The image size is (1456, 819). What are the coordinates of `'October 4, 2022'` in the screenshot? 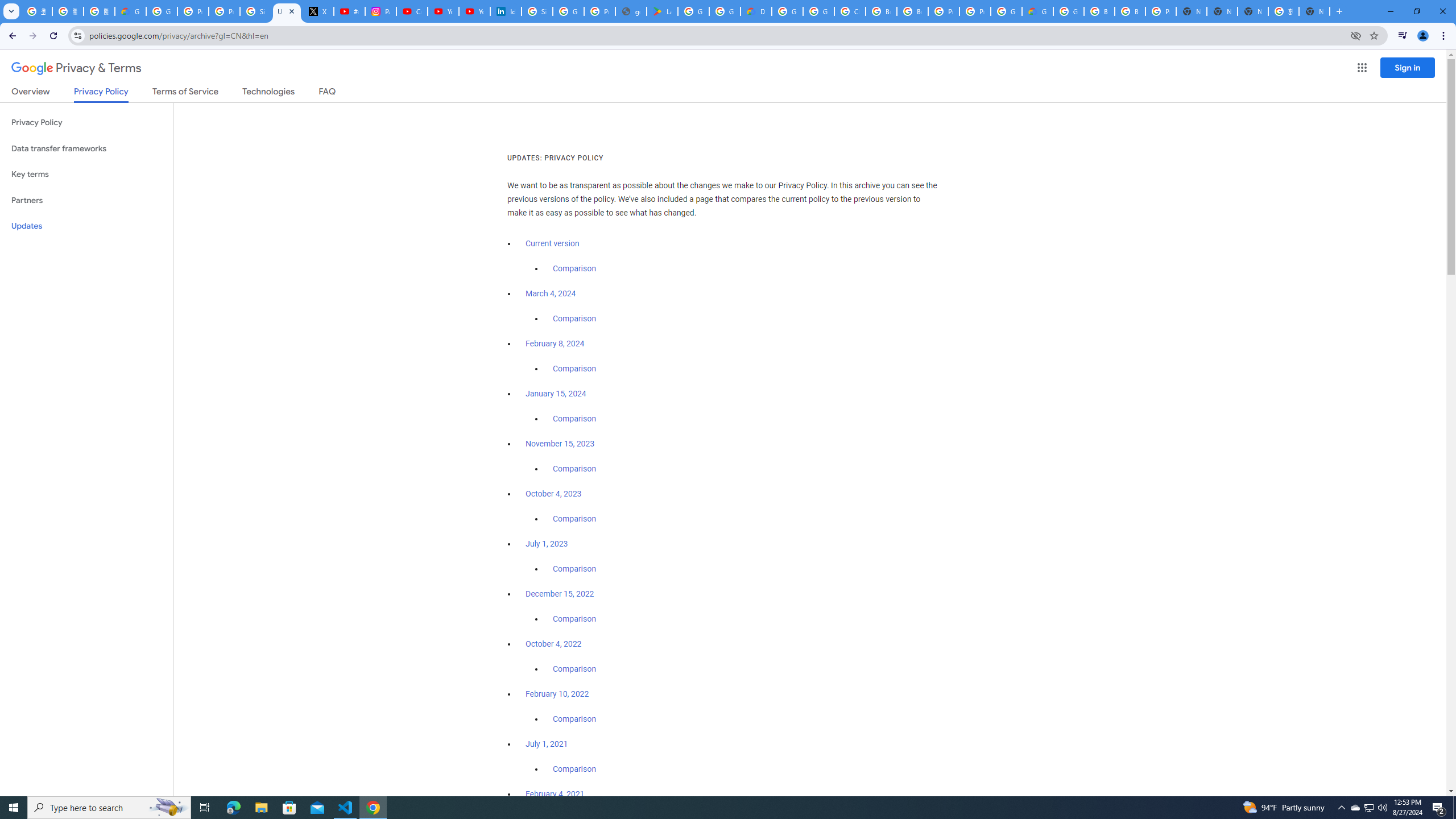 It's located at (554, 643).